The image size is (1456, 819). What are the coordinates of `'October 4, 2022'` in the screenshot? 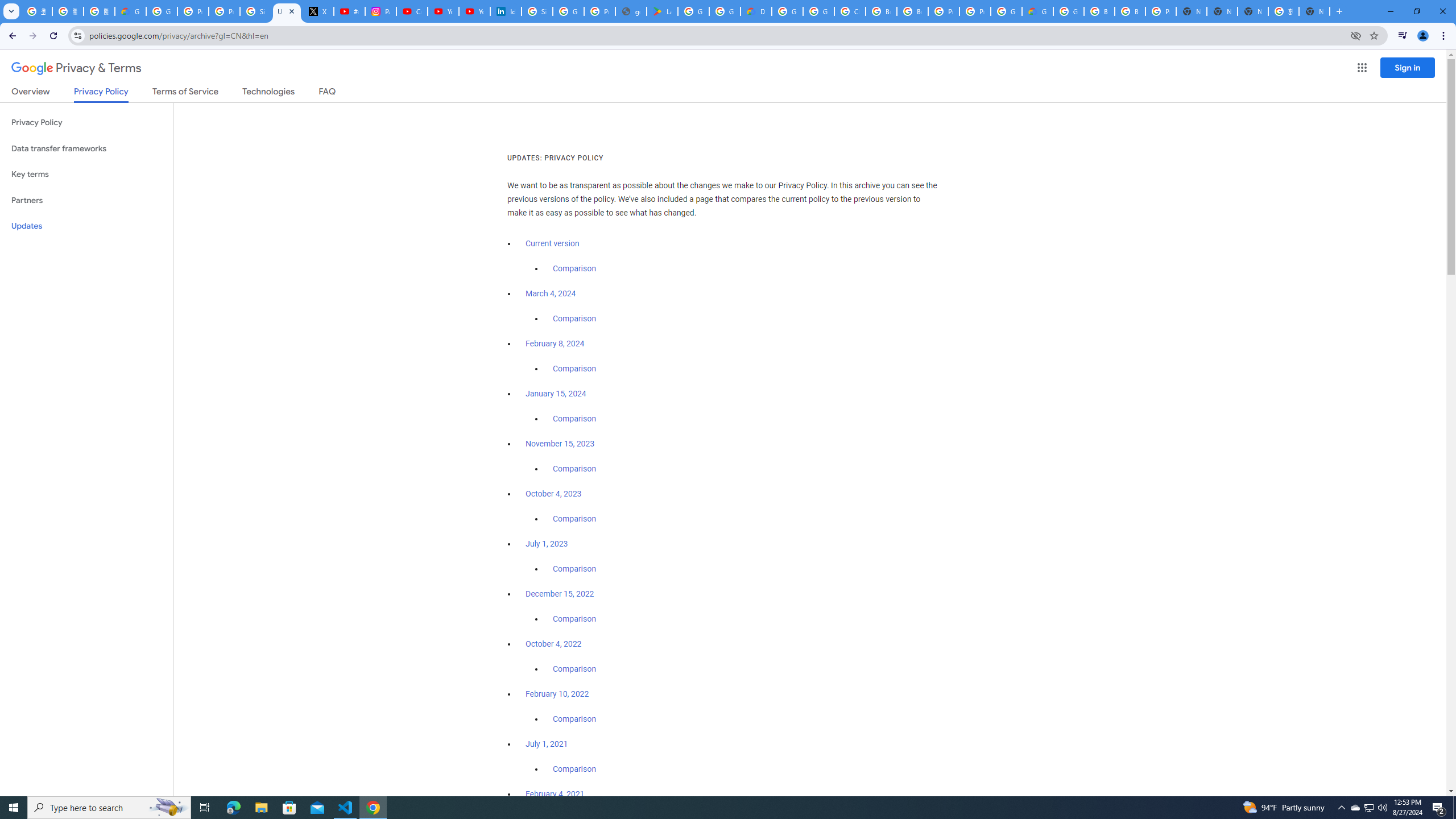 It's located at (554, 643).